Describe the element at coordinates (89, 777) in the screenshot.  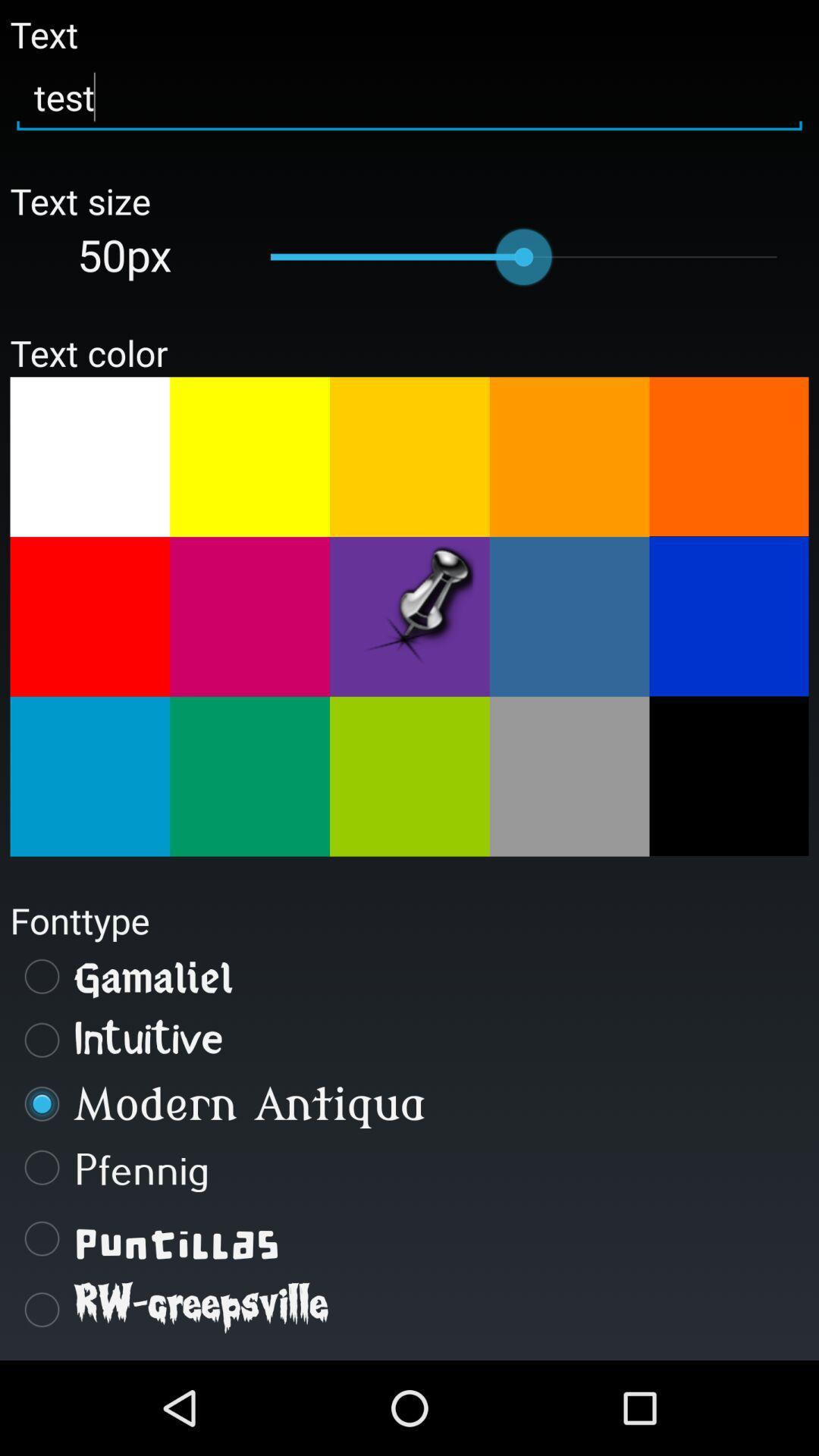
I see `change text color` at that location.